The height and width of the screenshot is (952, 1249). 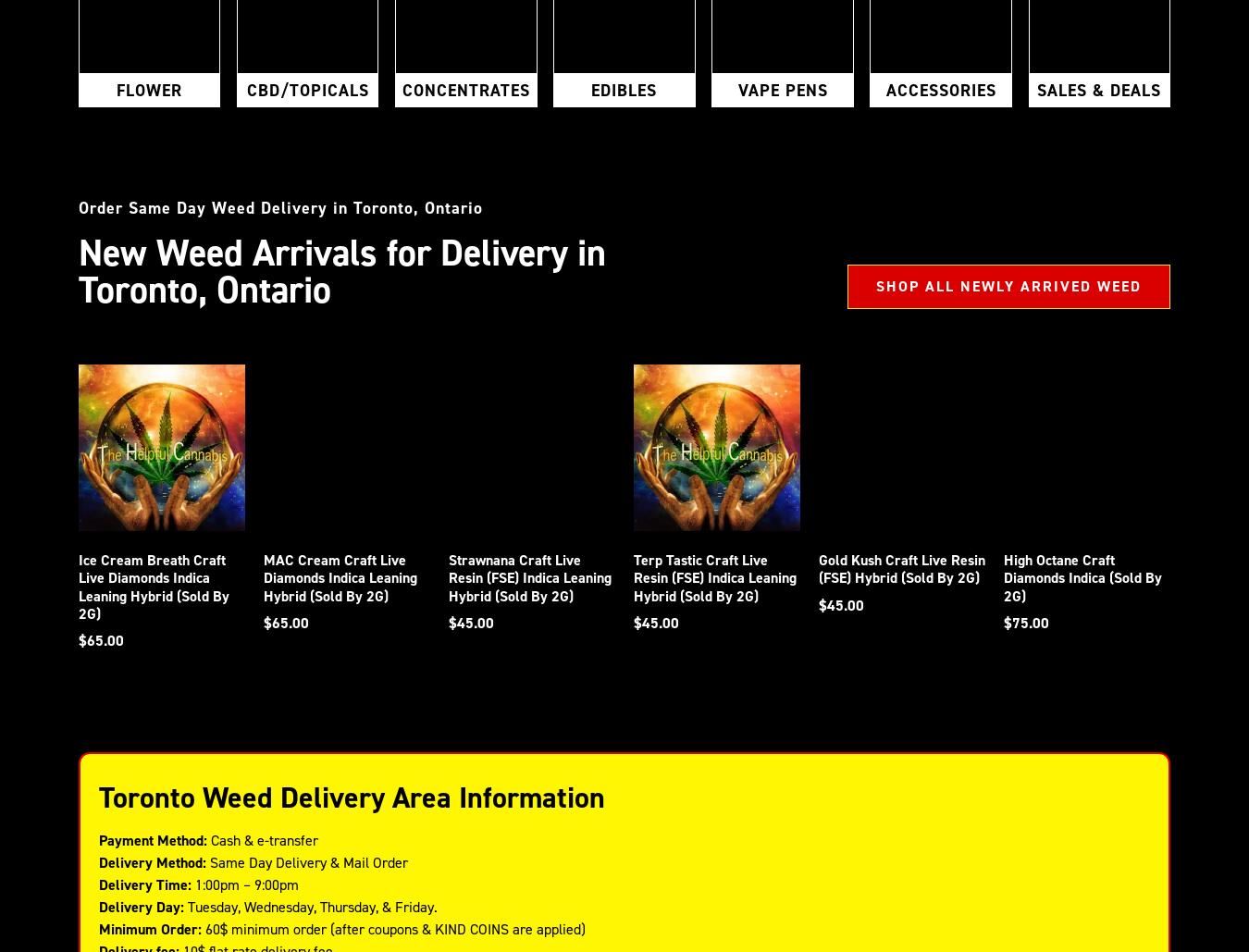 I want to click on 'Gold Kush Craft Live Resin (FSE) Hybrid (Sold By 2G)', so click(x=900, y=569).